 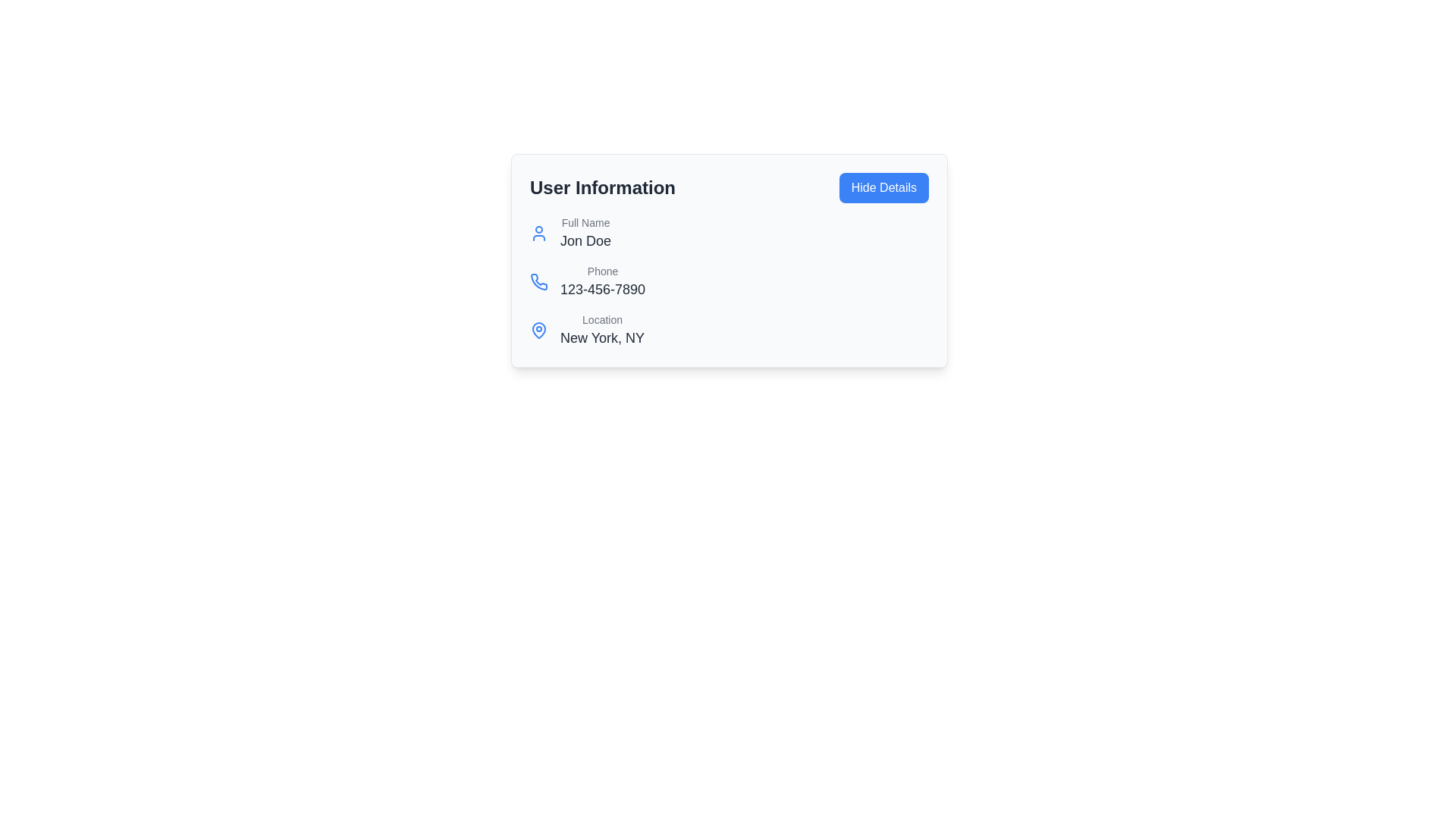 I want to click on the icon representing the location for 'Location New York, NY', which is positioned at the beginning of the row containing this text, so click(x=538, y=329).